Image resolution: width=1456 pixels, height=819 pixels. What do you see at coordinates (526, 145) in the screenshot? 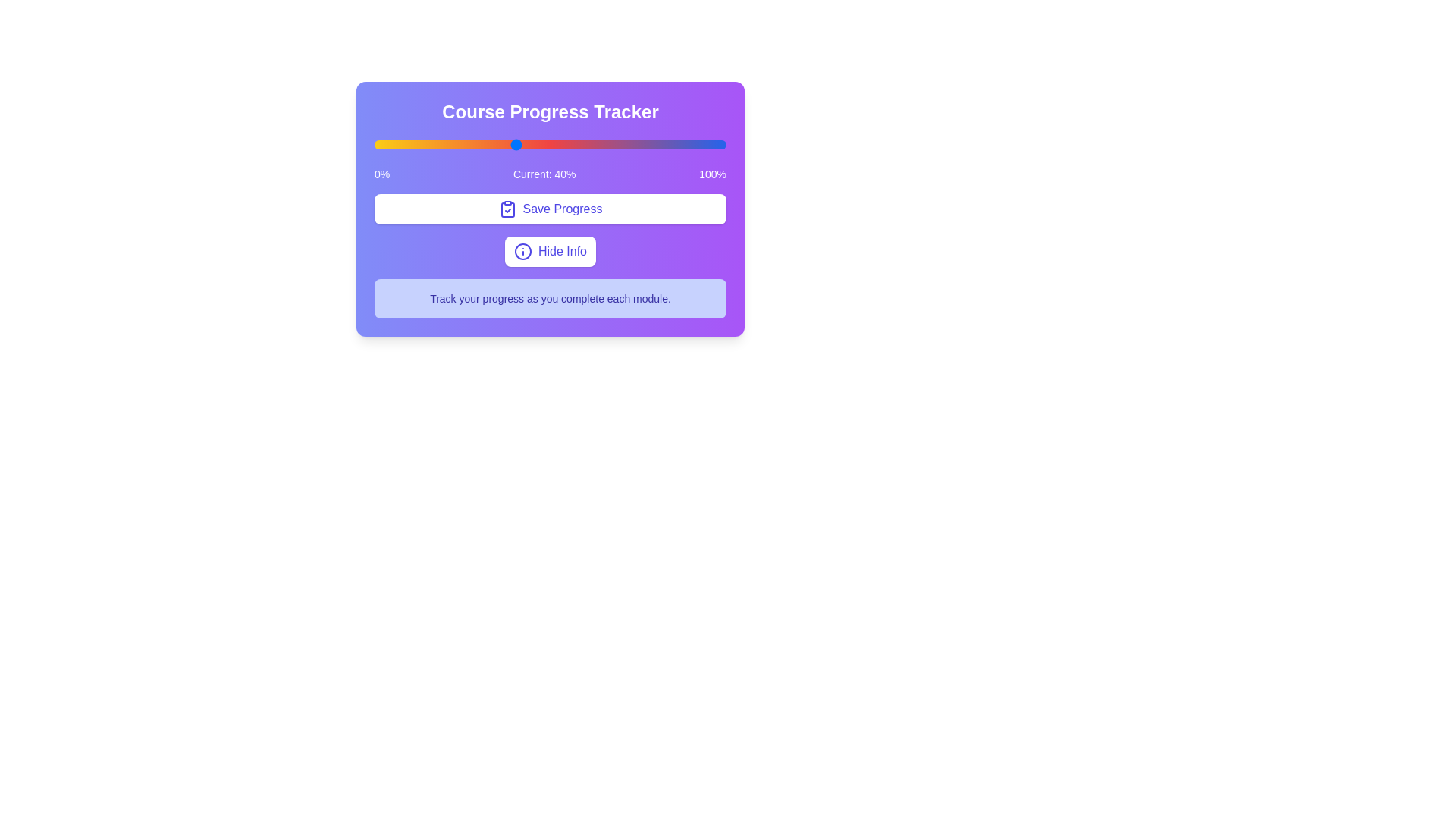
I see `progress percentage` at bounding box center [526, 145].